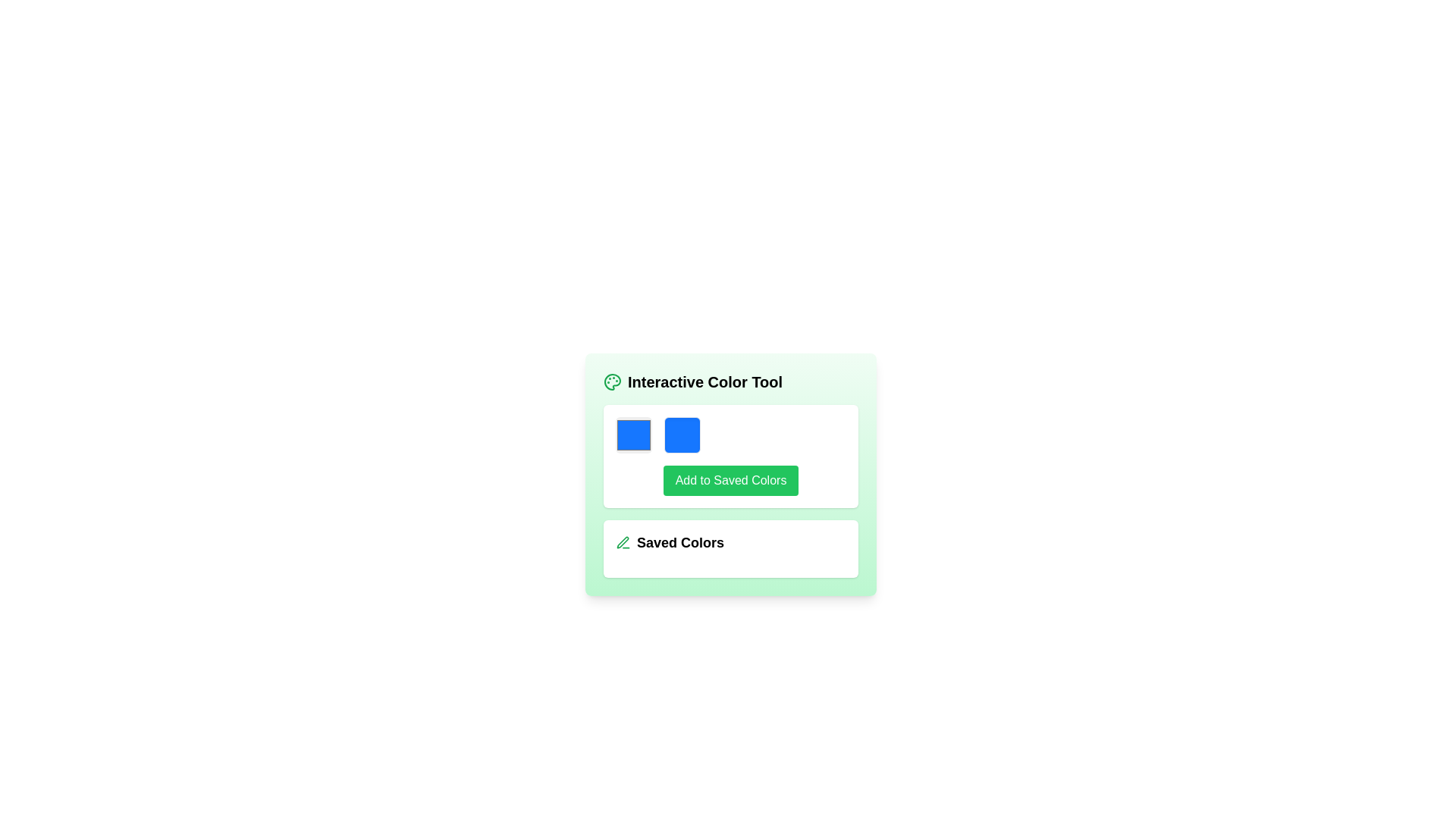 The image size is (1456, 819). Describe the element at coordinates (731, 480) in the screenshot. I see `the 'Add` at that location.